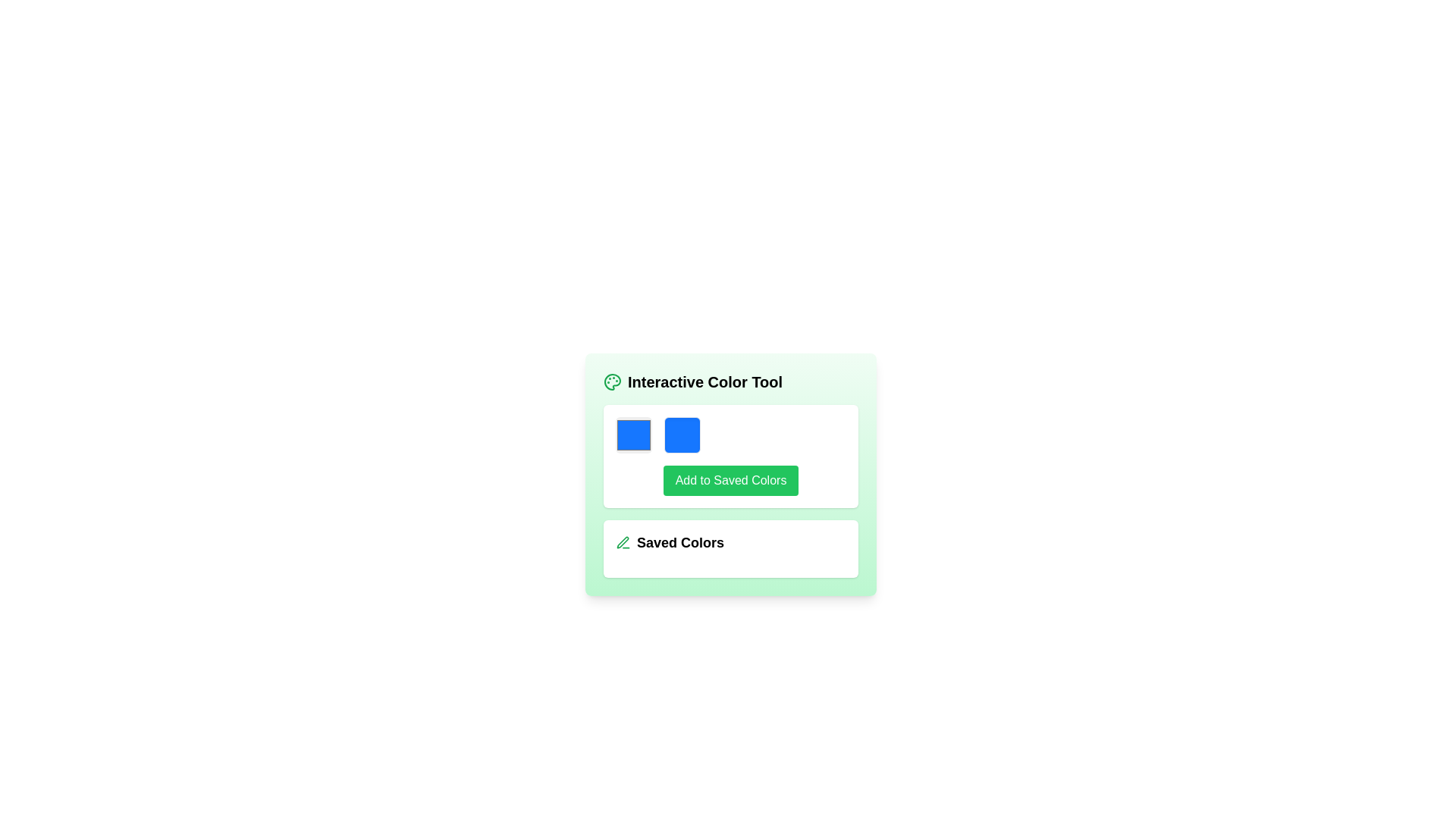 The image size is (1456, 819). Describe the element at coordinates (731, 480) in the screenshot. I see `the 'Add` at that location.